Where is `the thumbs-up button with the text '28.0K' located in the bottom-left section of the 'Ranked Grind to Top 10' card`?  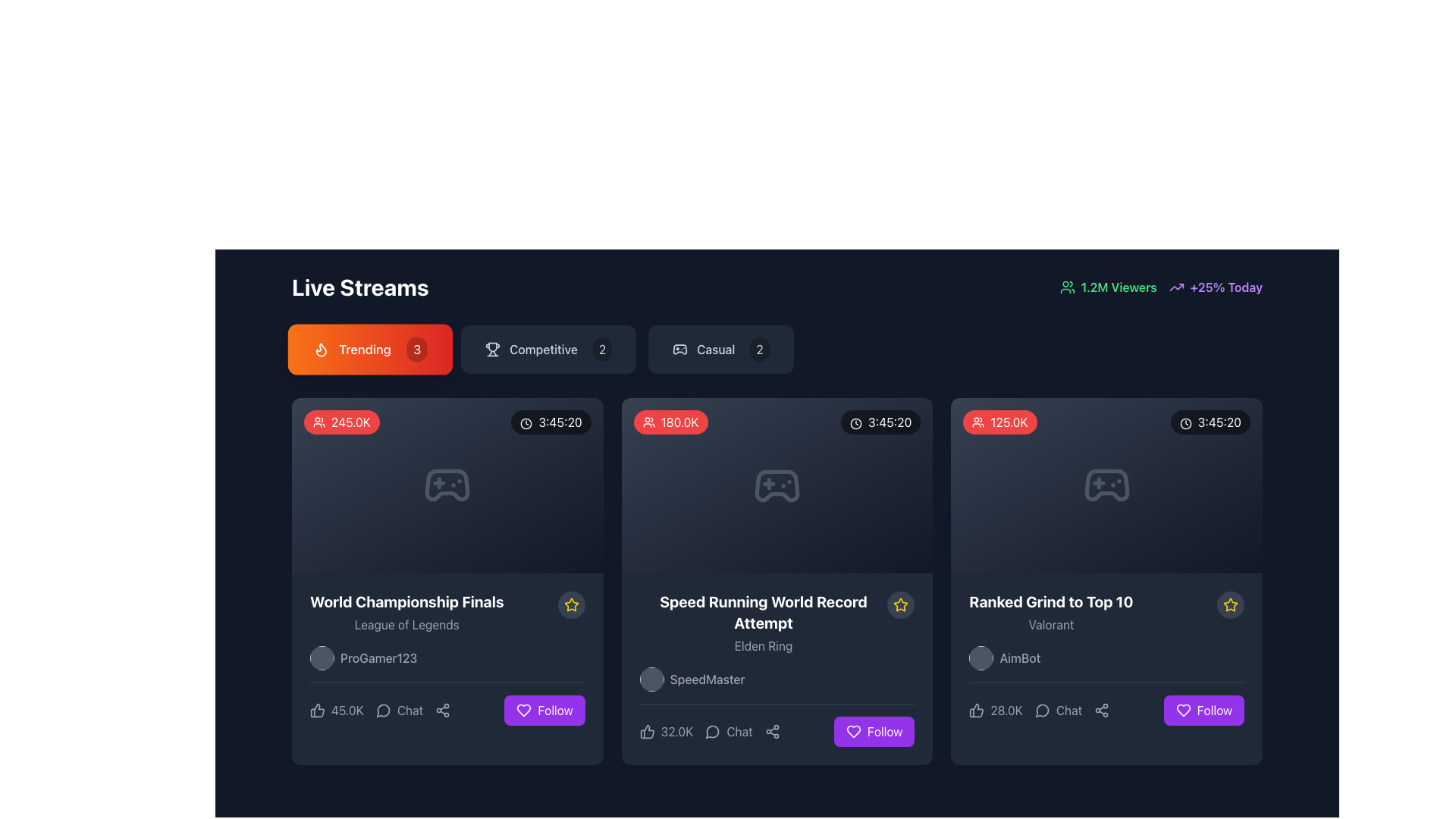
the thumbs-up button with the text '28.0K' located in the bottom-left section of the 'Ranked Grind to Top 10' card is located at coordinates (996, 711).